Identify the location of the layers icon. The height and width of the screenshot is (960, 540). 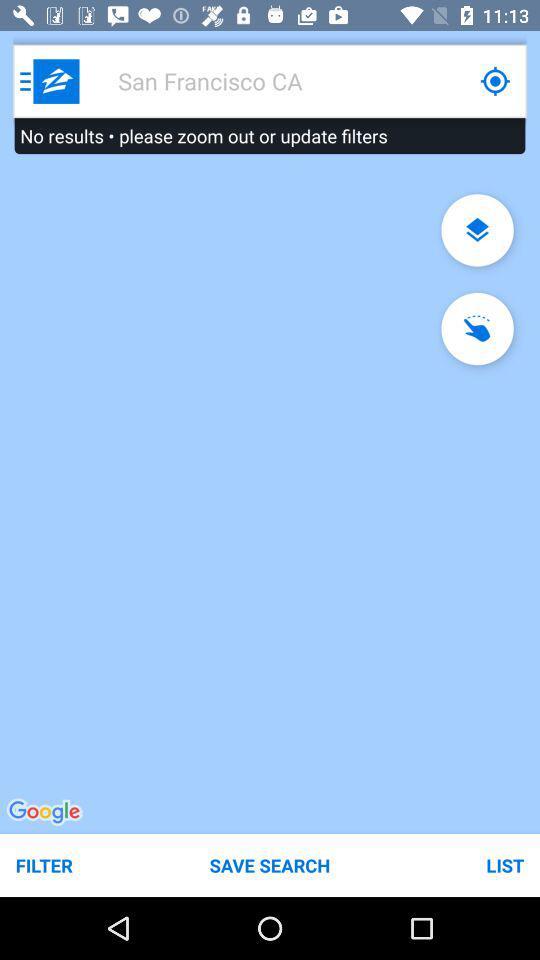
(476, 230).